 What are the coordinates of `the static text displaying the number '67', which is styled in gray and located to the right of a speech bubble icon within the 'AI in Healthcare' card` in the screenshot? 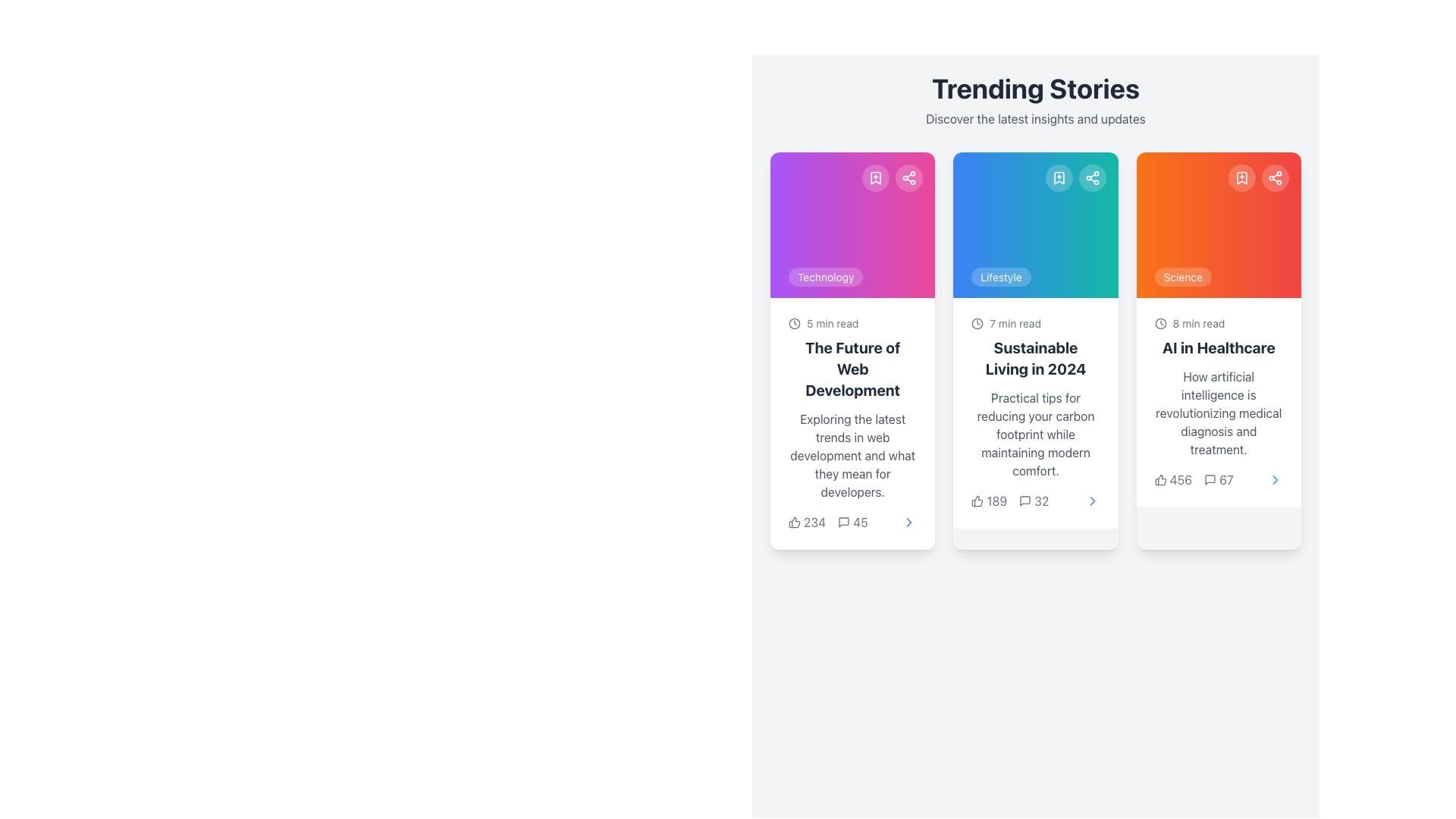 It's located at (1226, 479).